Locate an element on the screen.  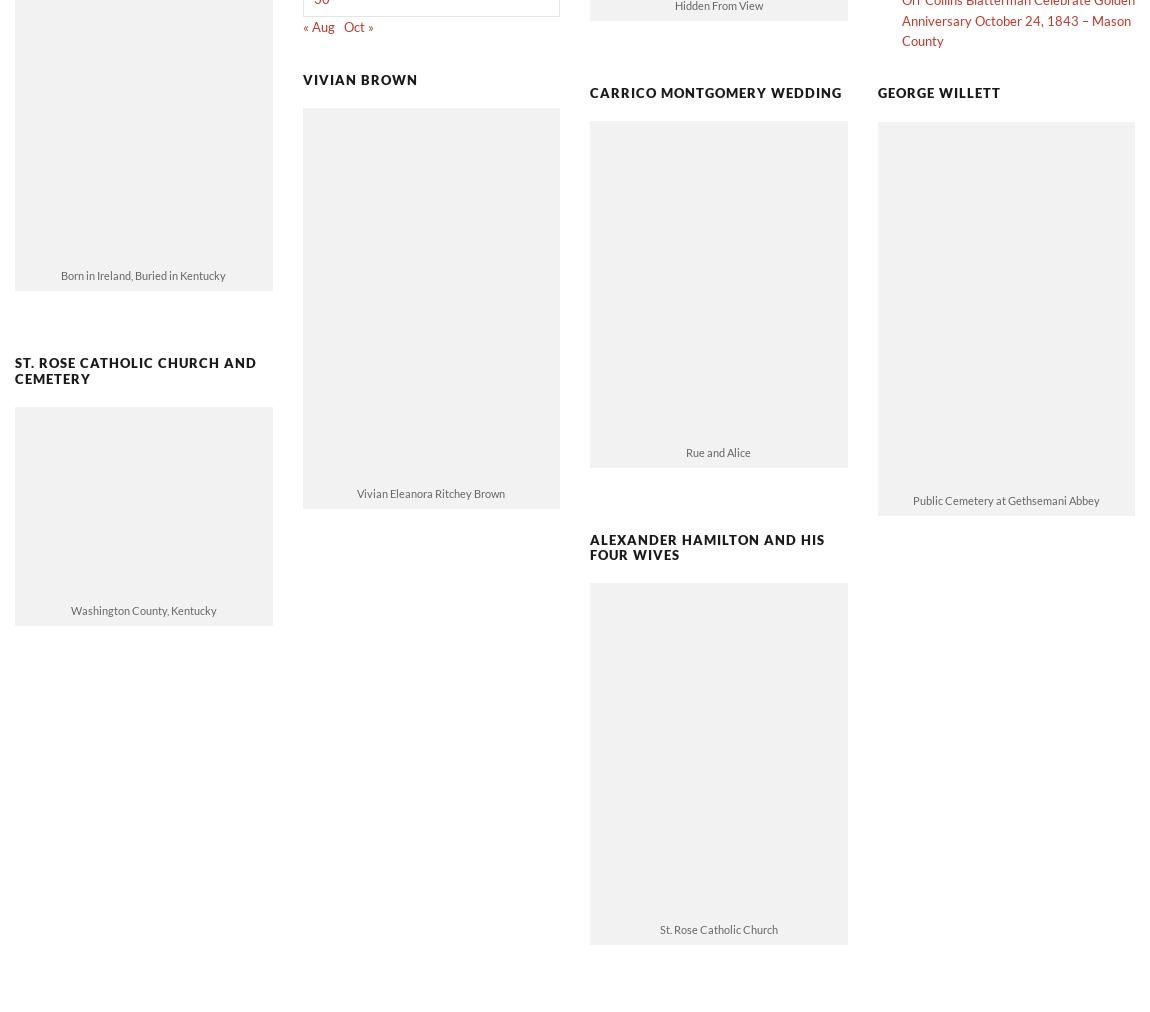
'Carrico Montgomery Wedding' is located at coordinates (588, 57).